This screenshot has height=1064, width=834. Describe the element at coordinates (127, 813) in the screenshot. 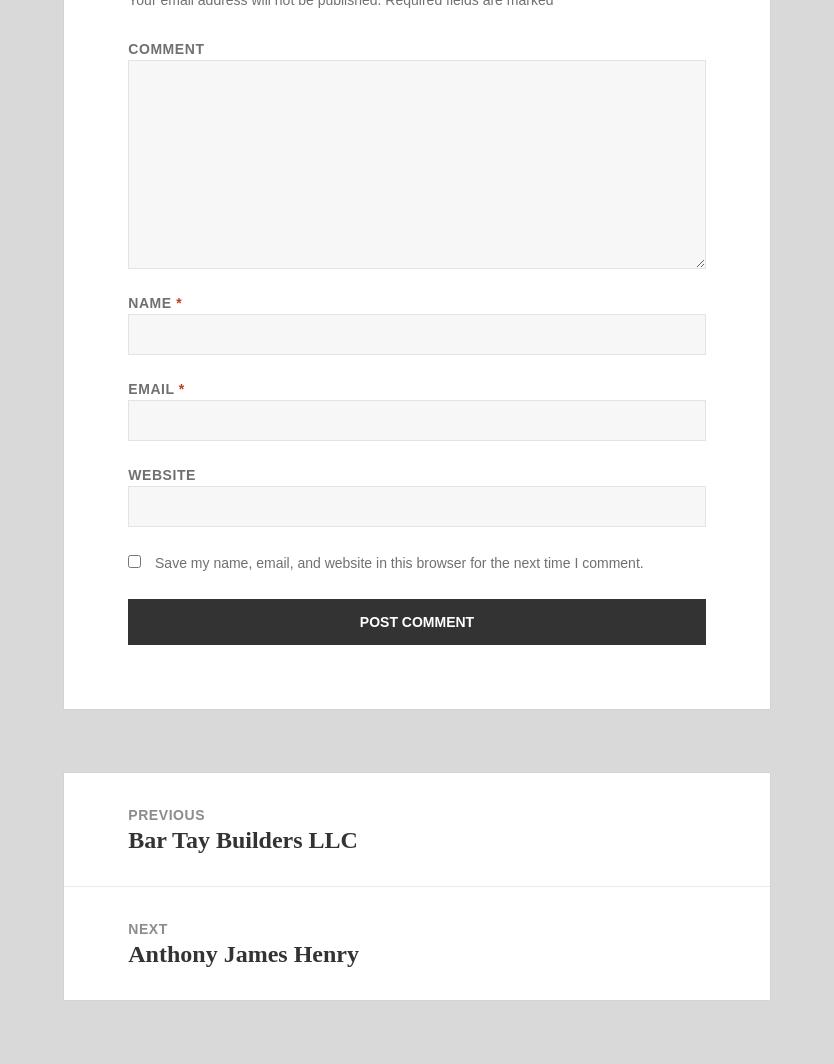

I see `'Previous'` at that location.